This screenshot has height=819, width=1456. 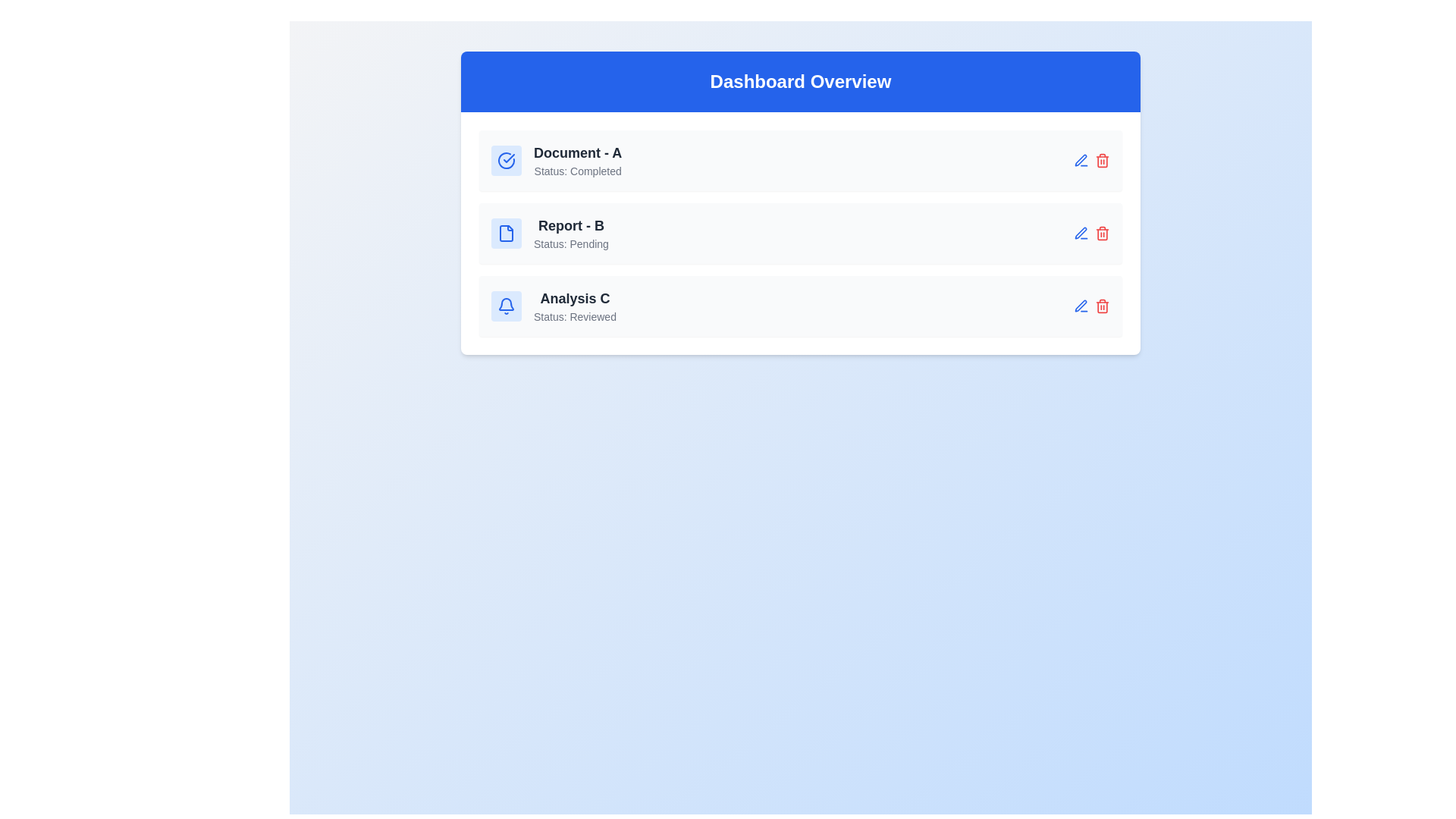 I want to click on the delete button, which is the third trash icon in the layout positioned to the right of a blue edit icon, to initiate a delete action, so click(x=1103, y=161).